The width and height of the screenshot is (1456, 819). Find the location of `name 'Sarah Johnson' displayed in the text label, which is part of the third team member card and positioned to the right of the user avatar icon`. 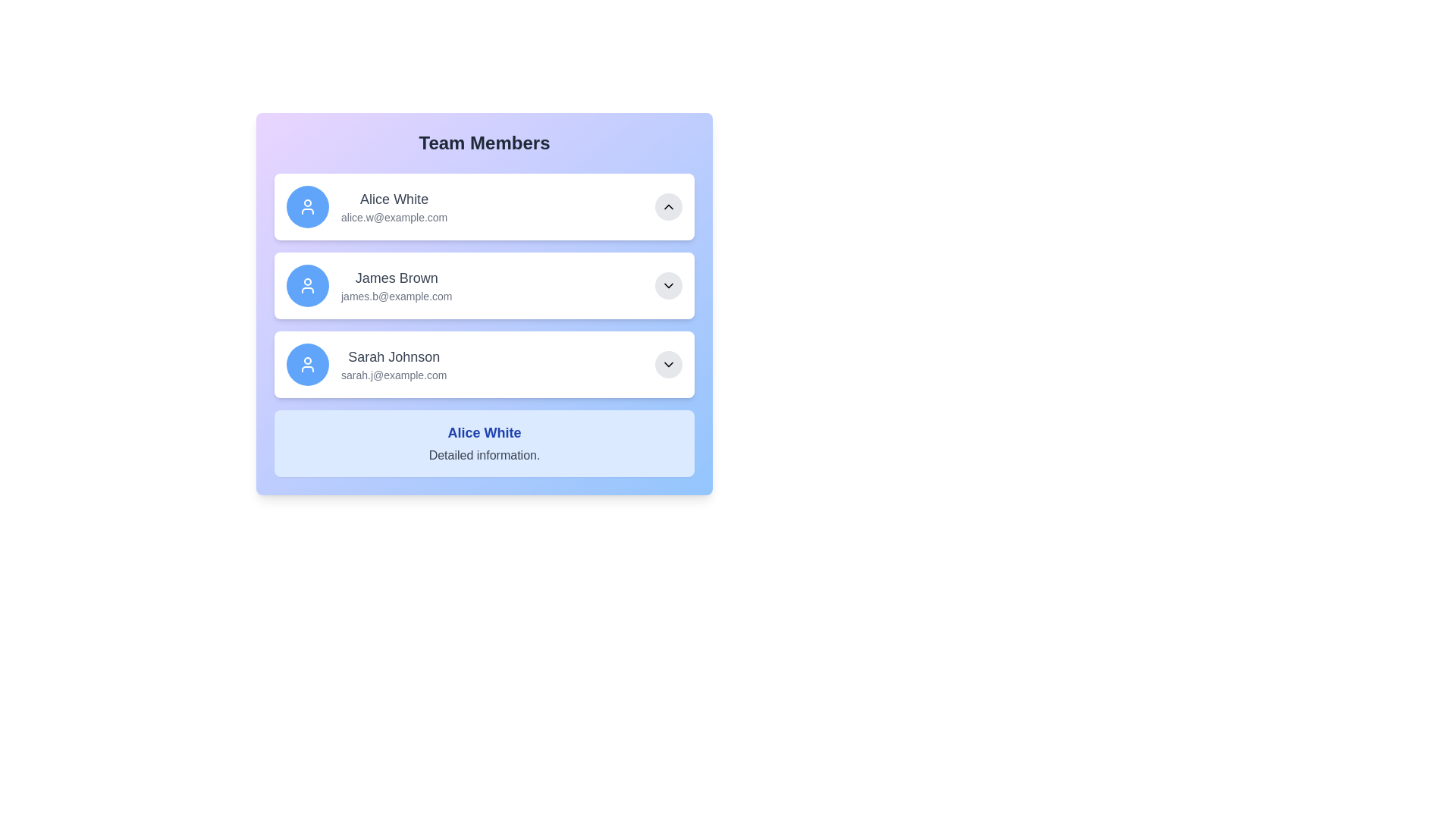

name 'Sarah Johnson' displayed in the text label, which is part of the third team member card and positioned to the right of the user avatar icon is located at coordinates (394, 356).